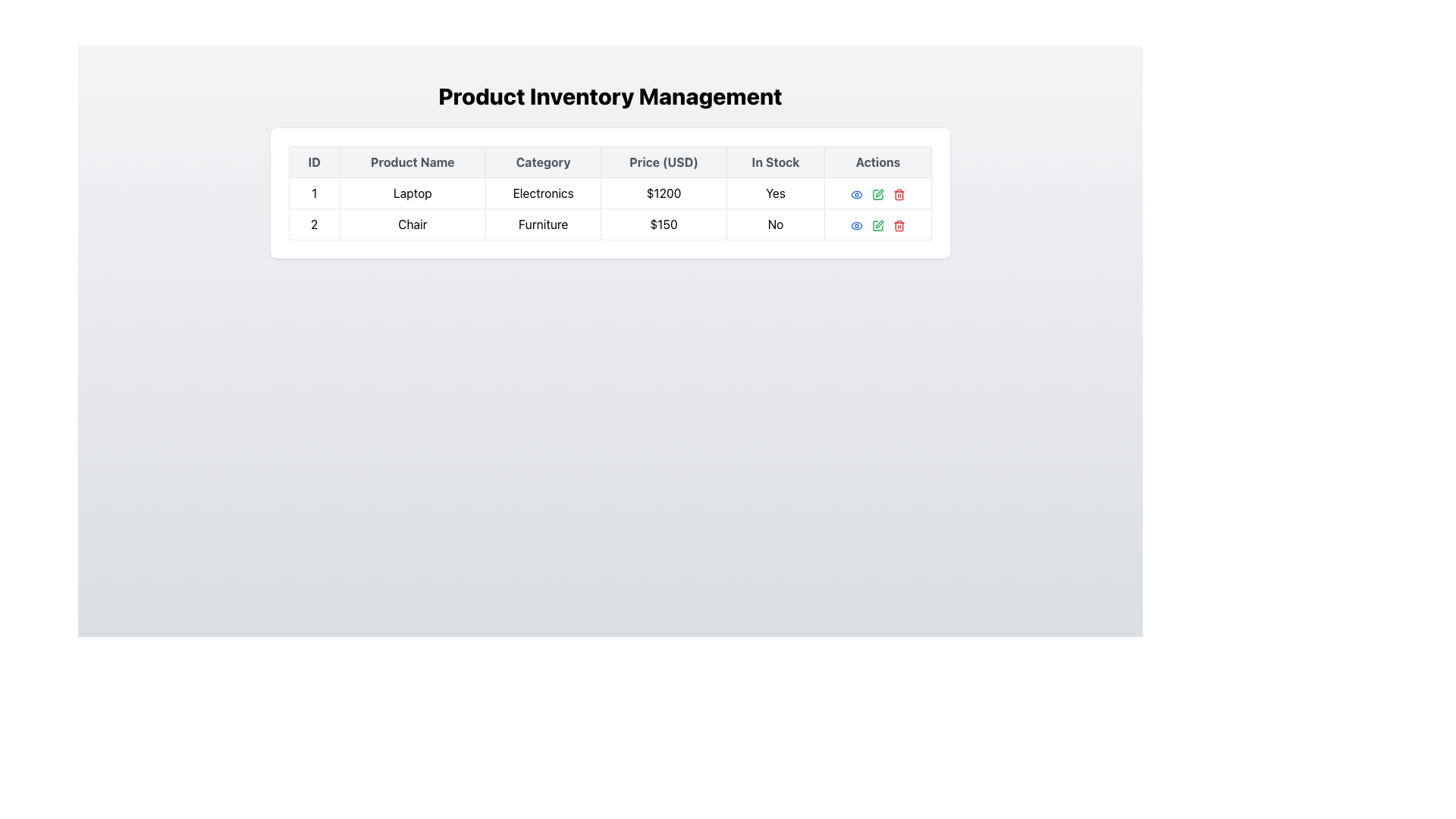 This screenshot has height=819, width=1456. I want to click on the green edit icon button located in the 'Actions' column of the second row of the data table, so click(877, 192).